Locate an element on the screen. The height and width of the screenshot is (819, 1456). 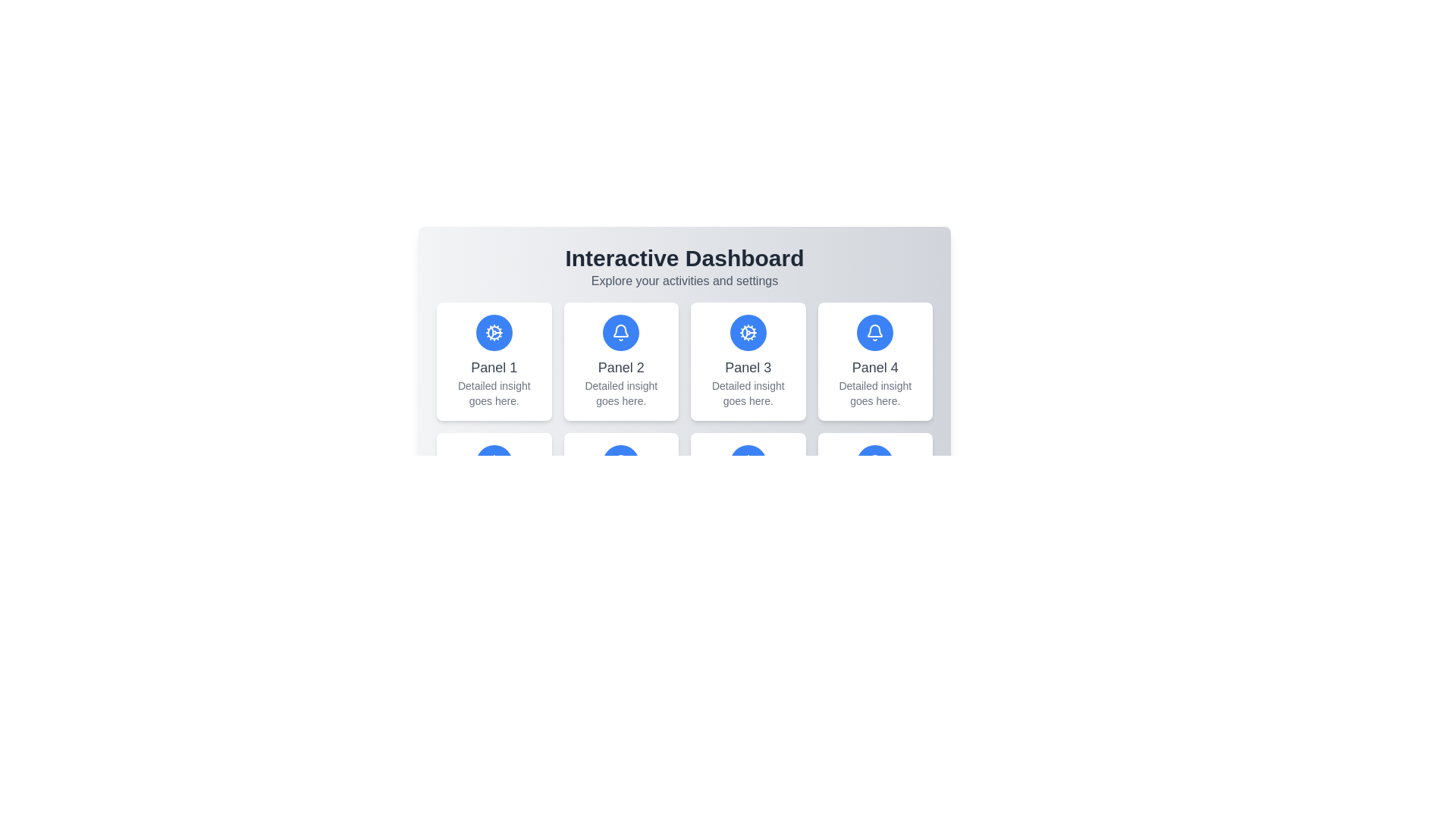
the text element located in the fourth panel titled 'Panel 4', positioned beneath the main panel title is located at coordinates (875, 393).